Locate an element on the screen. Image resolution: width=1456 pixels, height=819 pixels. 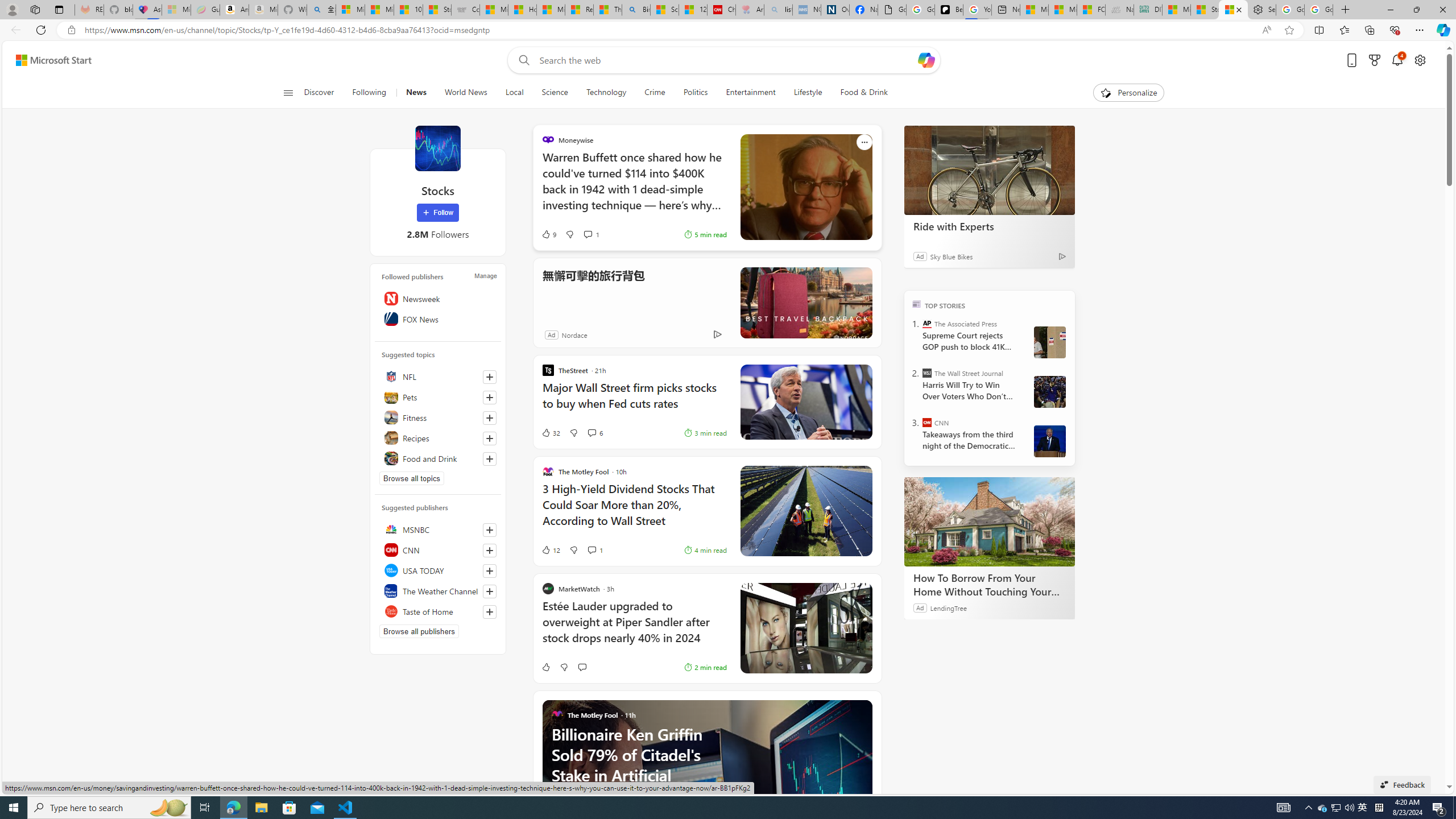
'MSNBC' is located at coordinates (438, 529).